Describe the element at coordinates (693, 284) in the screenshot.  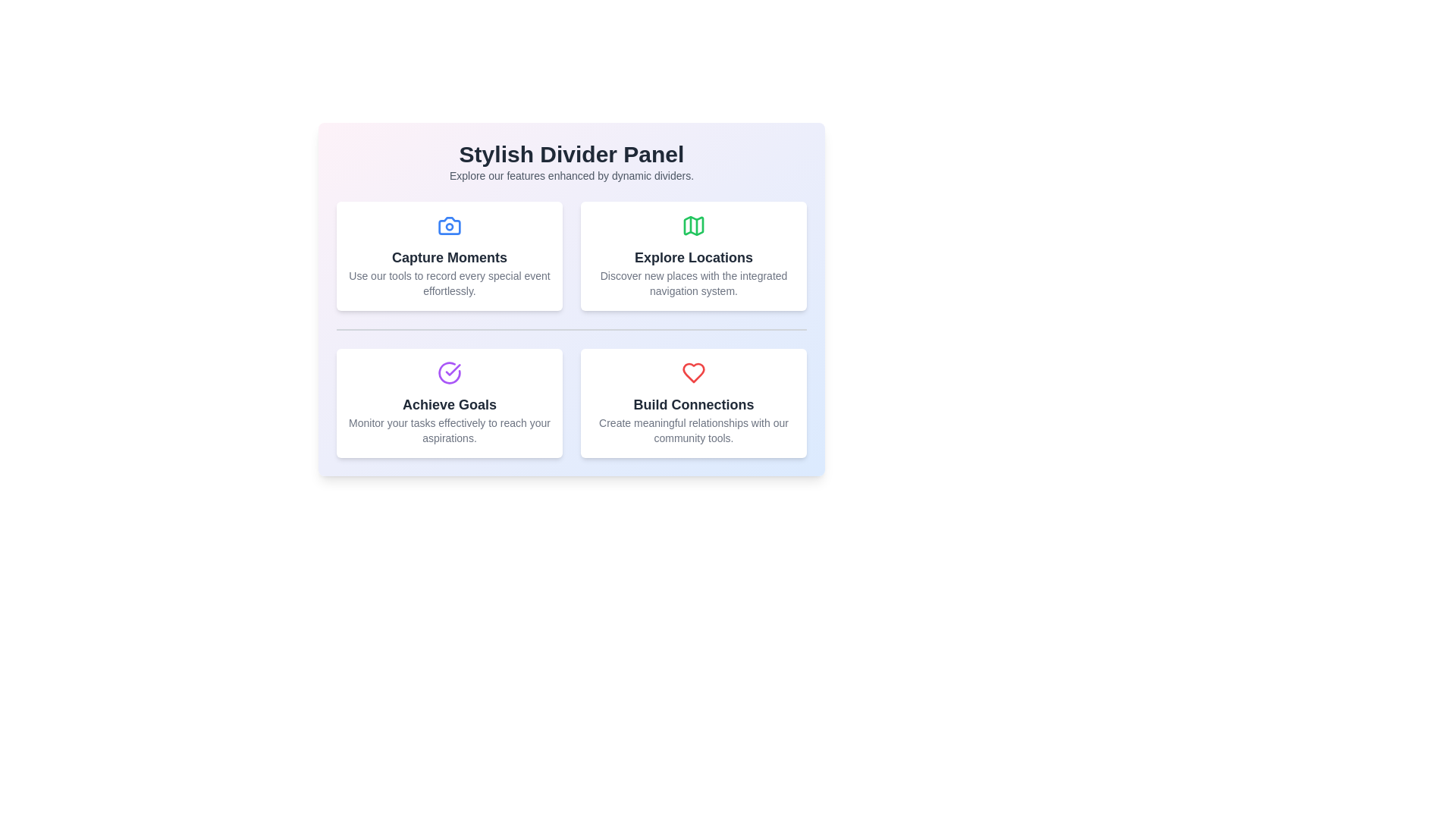
I see `the descriptive text about the 'Explore Locations' feature located beneath the heading 'Explore Locations' in the second card of the top row for copying or processing` at that location.